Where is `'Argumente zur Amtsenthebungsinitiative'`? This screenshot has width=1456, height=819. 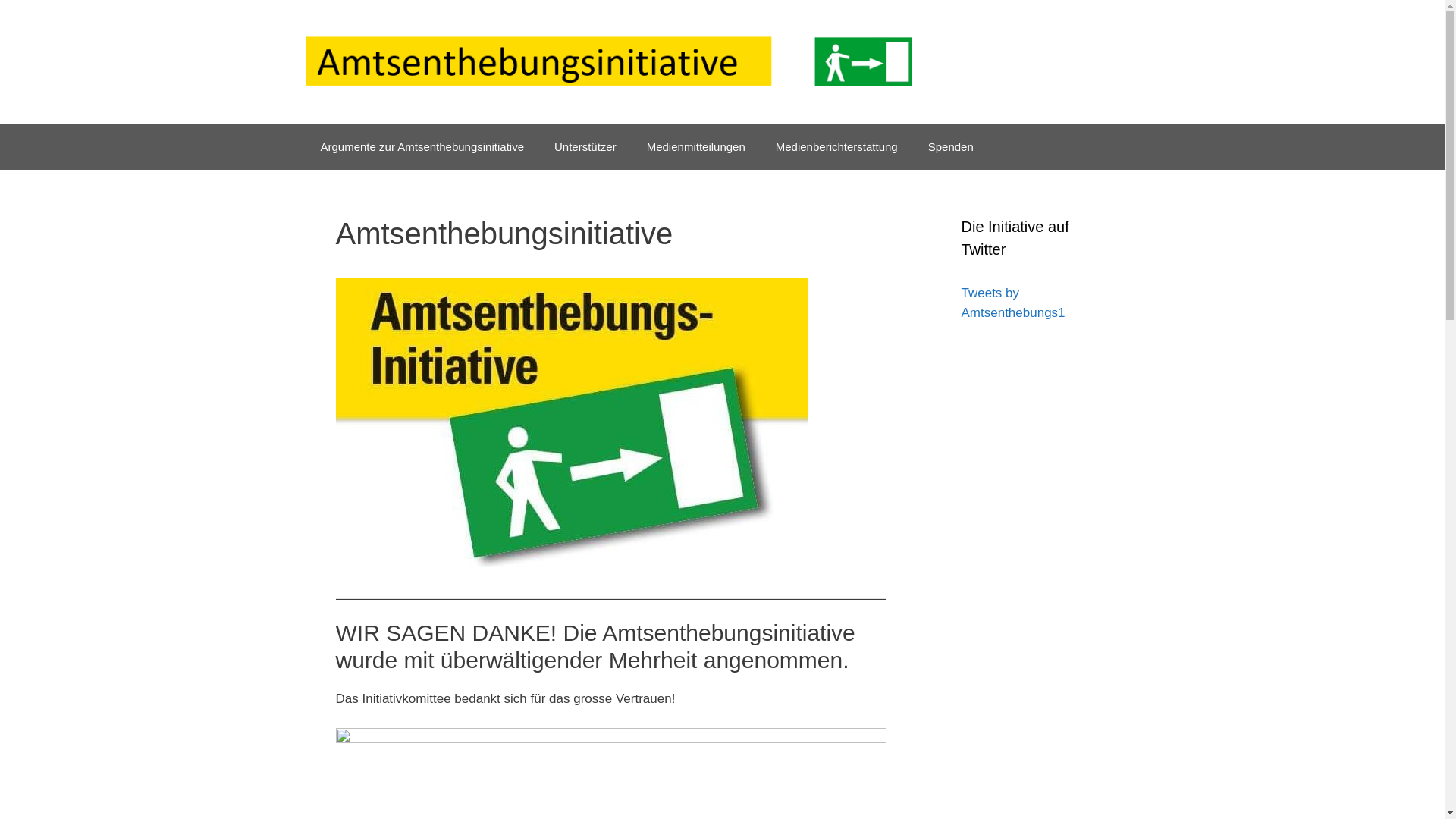 'Argumente zur Amtsenthebungsinitiative' is located at coordinates (422, 146).